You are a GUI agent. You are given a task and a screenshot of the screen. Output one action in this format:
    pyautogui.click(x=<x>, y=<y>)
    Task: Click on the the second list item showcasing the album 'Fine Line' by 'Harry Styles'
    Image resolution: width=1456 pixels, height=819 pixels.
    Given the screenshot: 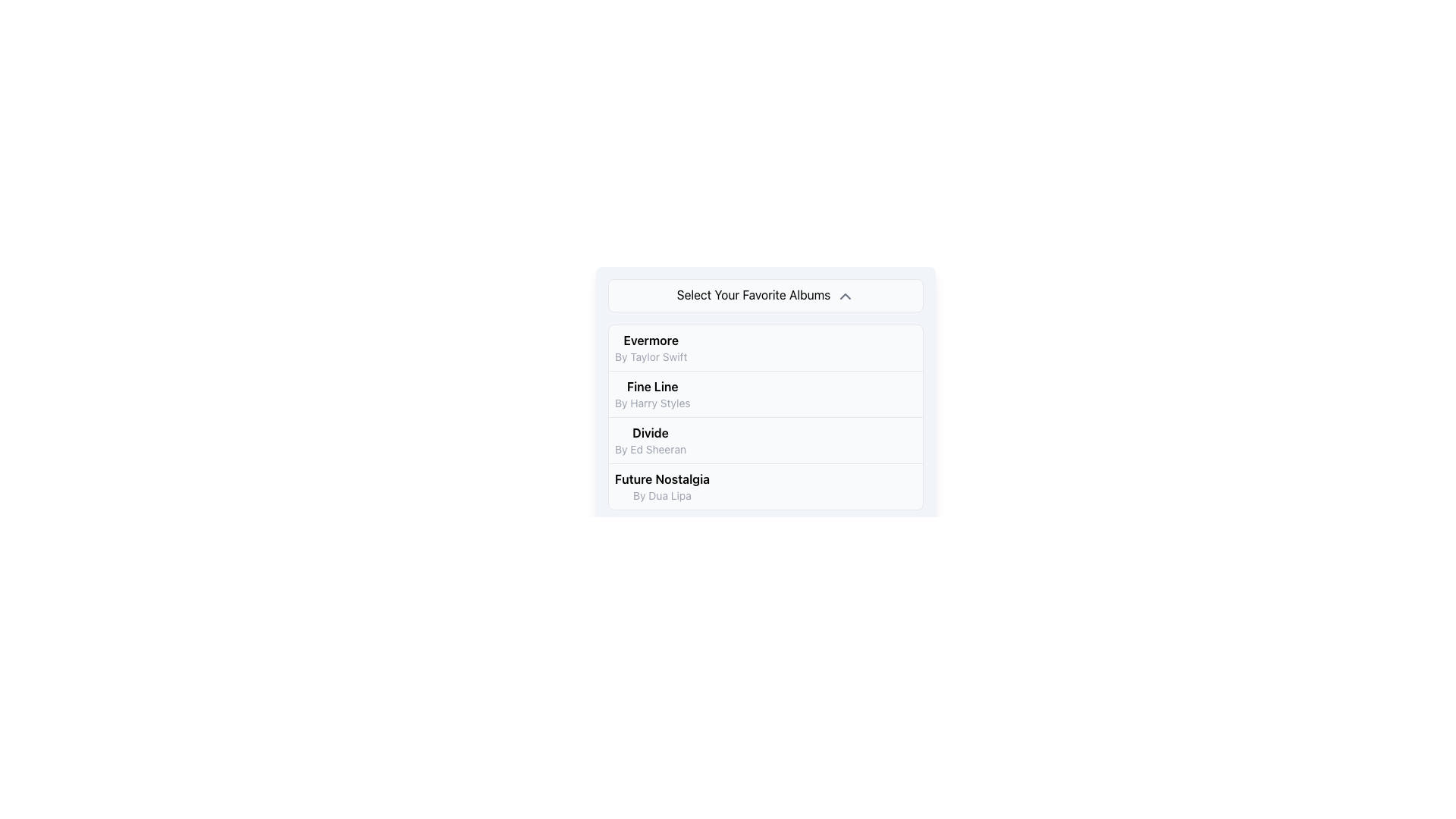 What is the action you would take?
    pyautogui.click(x=765, y=382)
    